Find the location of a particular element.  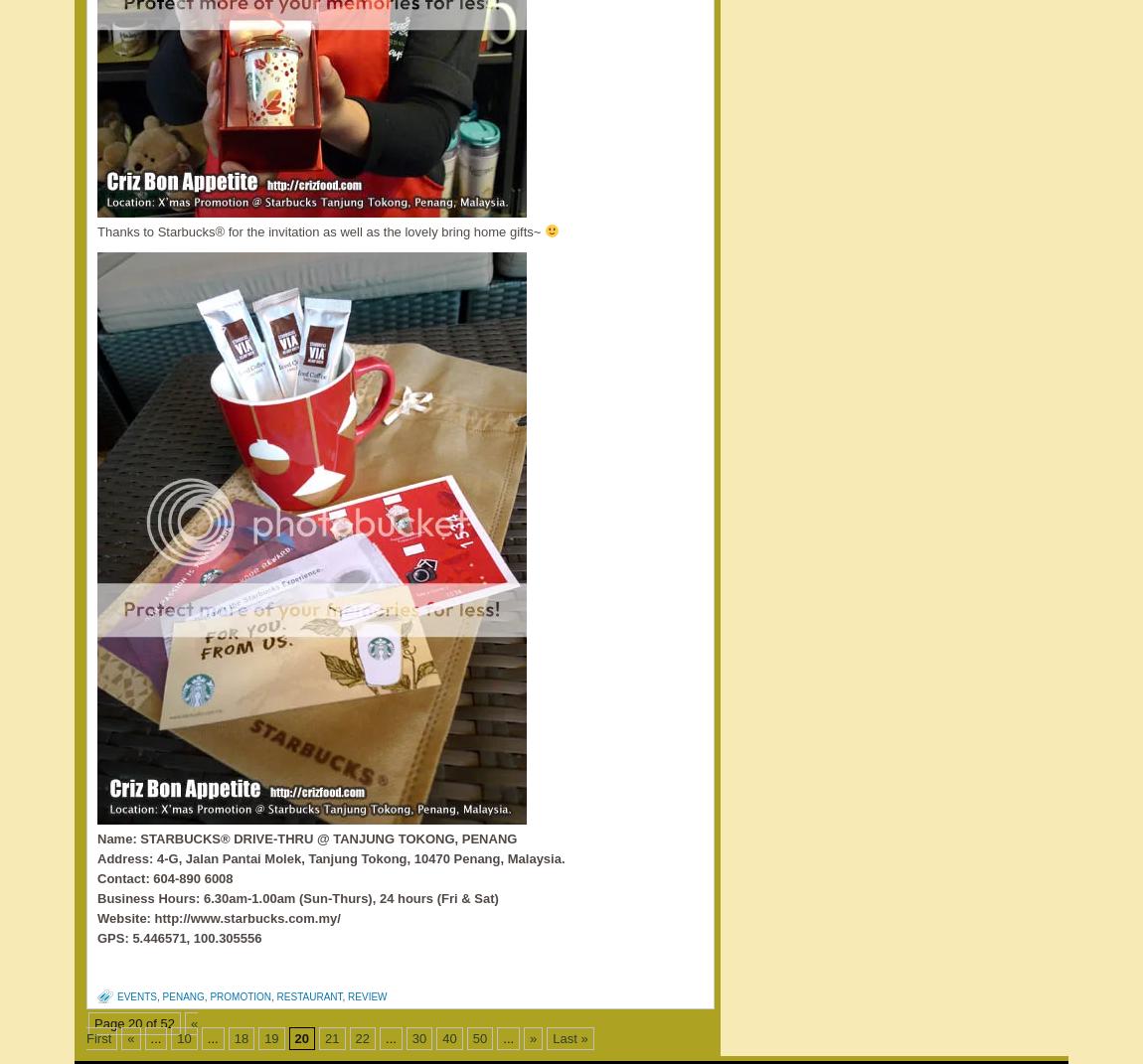

'Last »' is located at coordinates (570, 1038).